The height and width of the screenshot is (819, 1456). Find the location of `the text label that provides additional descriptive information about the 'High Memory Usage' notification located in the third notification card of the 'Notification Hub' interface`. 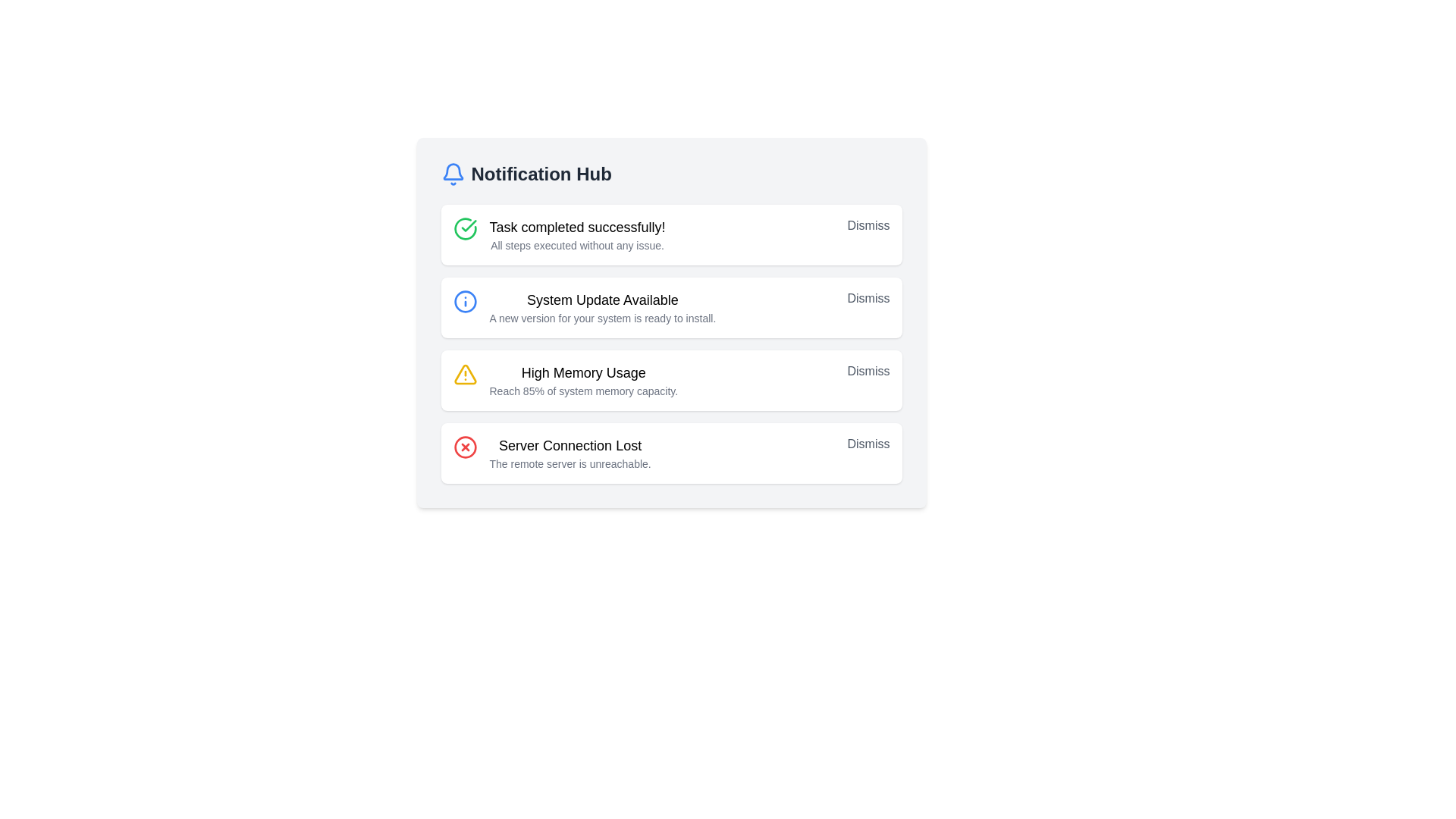

the text label that provides additional descriptive information about the 'High Memory Usage' notification located in the third notification card of the 'Notification Hub' interface is located at coordinates (582, 391).